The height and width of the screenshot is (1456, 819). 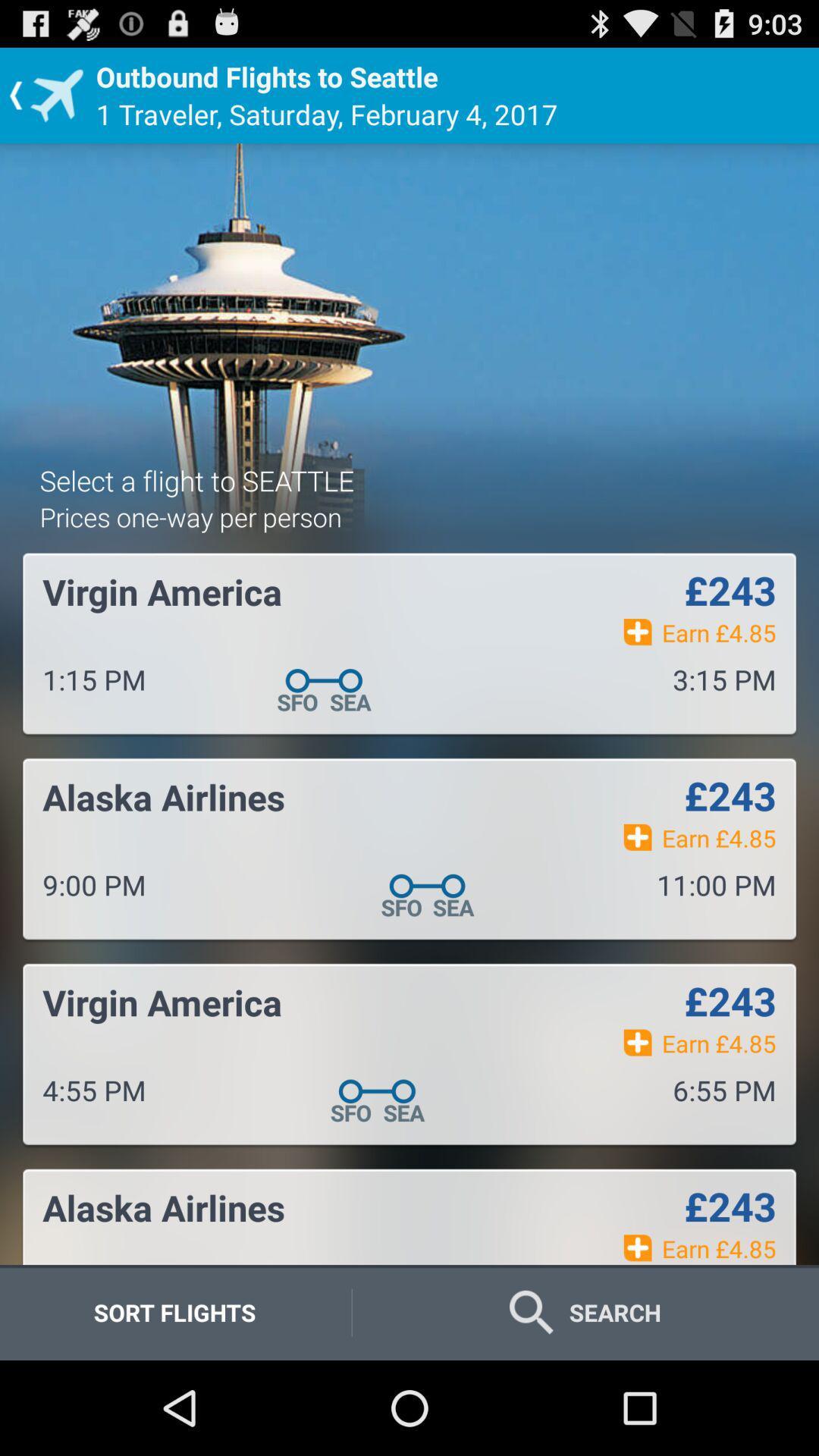 What do you see at coordinates (196, 479) in the screenshot?
I see `select a flight icon` at bounding box center [196, 479].